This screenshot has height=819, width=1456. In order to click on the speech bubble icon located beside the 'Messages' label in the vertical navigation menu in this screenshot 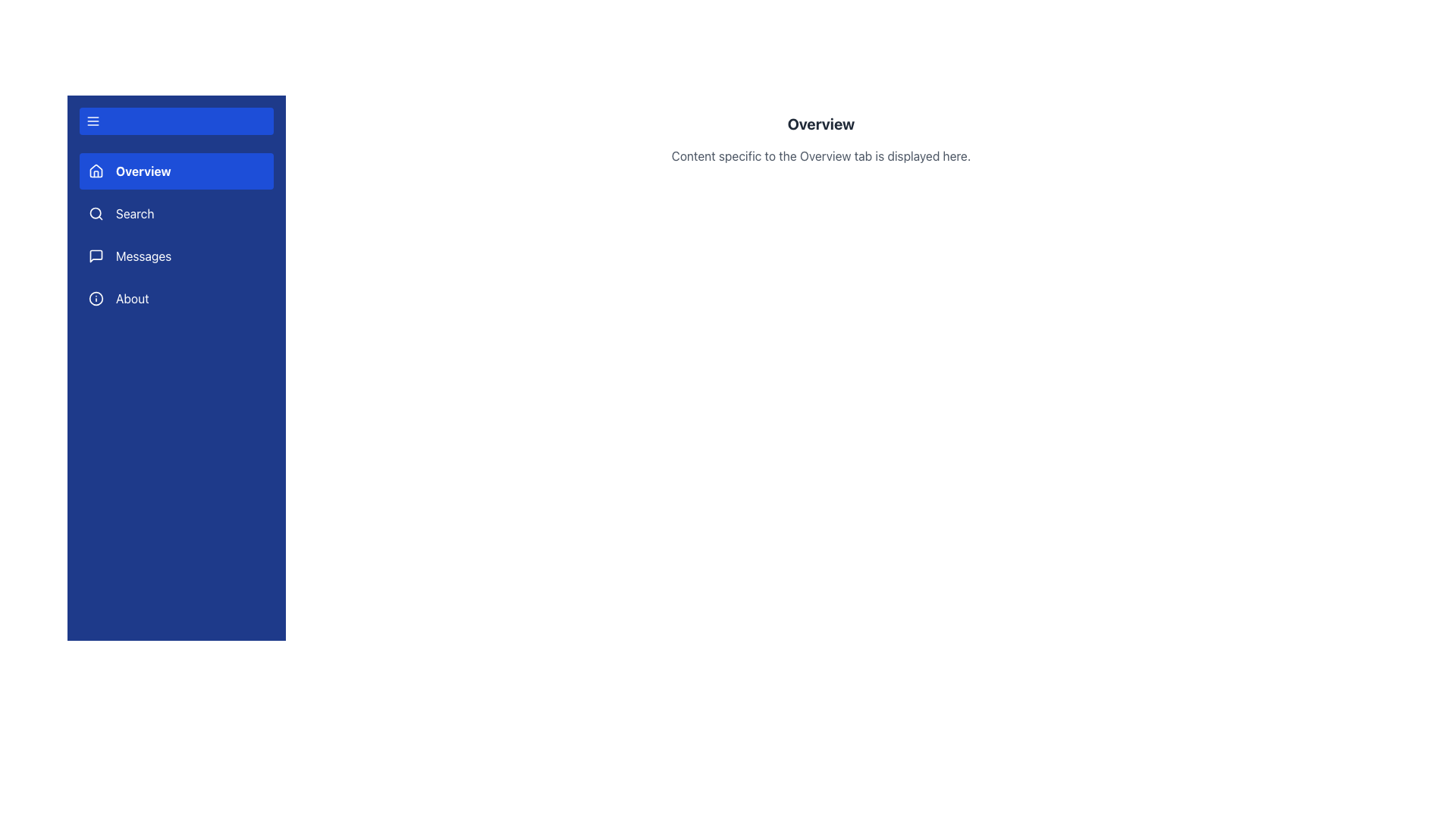, I will do `click(95, 256)`.